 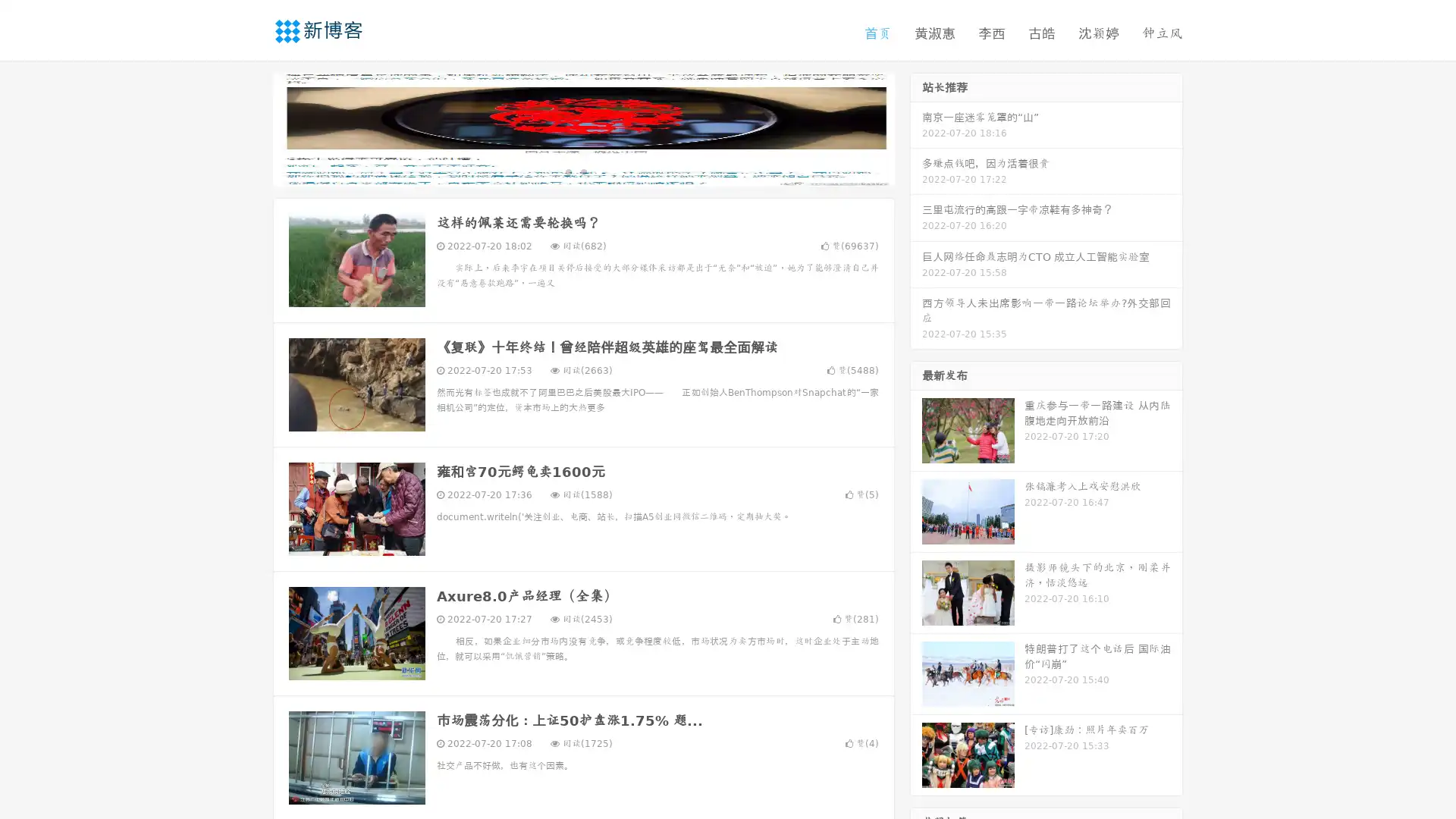 I want to click on Go to slide 3, so click(x=598, y=171).